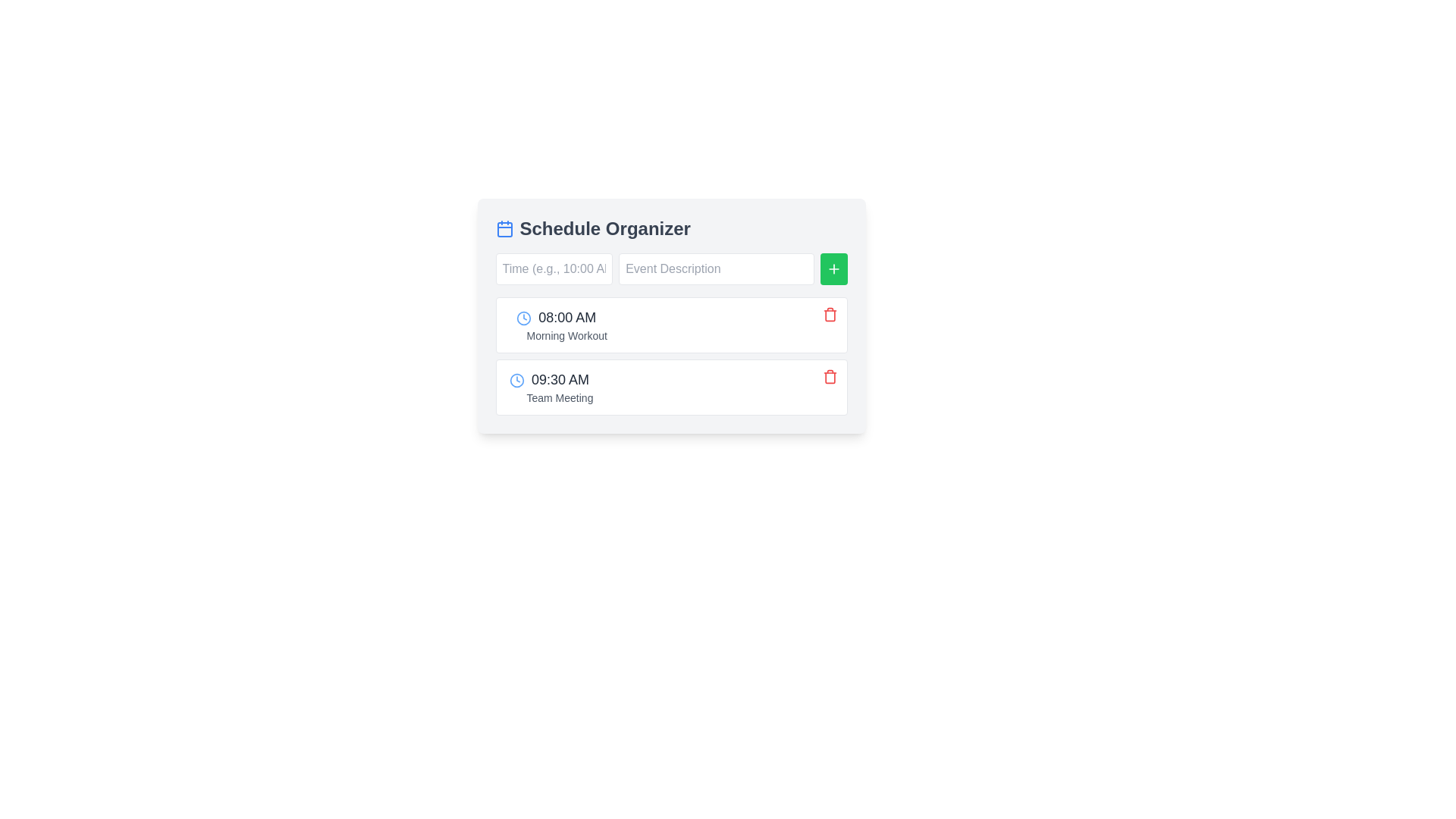 The image size is (1456, 819). Describe the element at coordinates (555, 324) in the screenshot. I see `the Event item labeled '08:00 AM' in the Schedule Organizer` at that location.